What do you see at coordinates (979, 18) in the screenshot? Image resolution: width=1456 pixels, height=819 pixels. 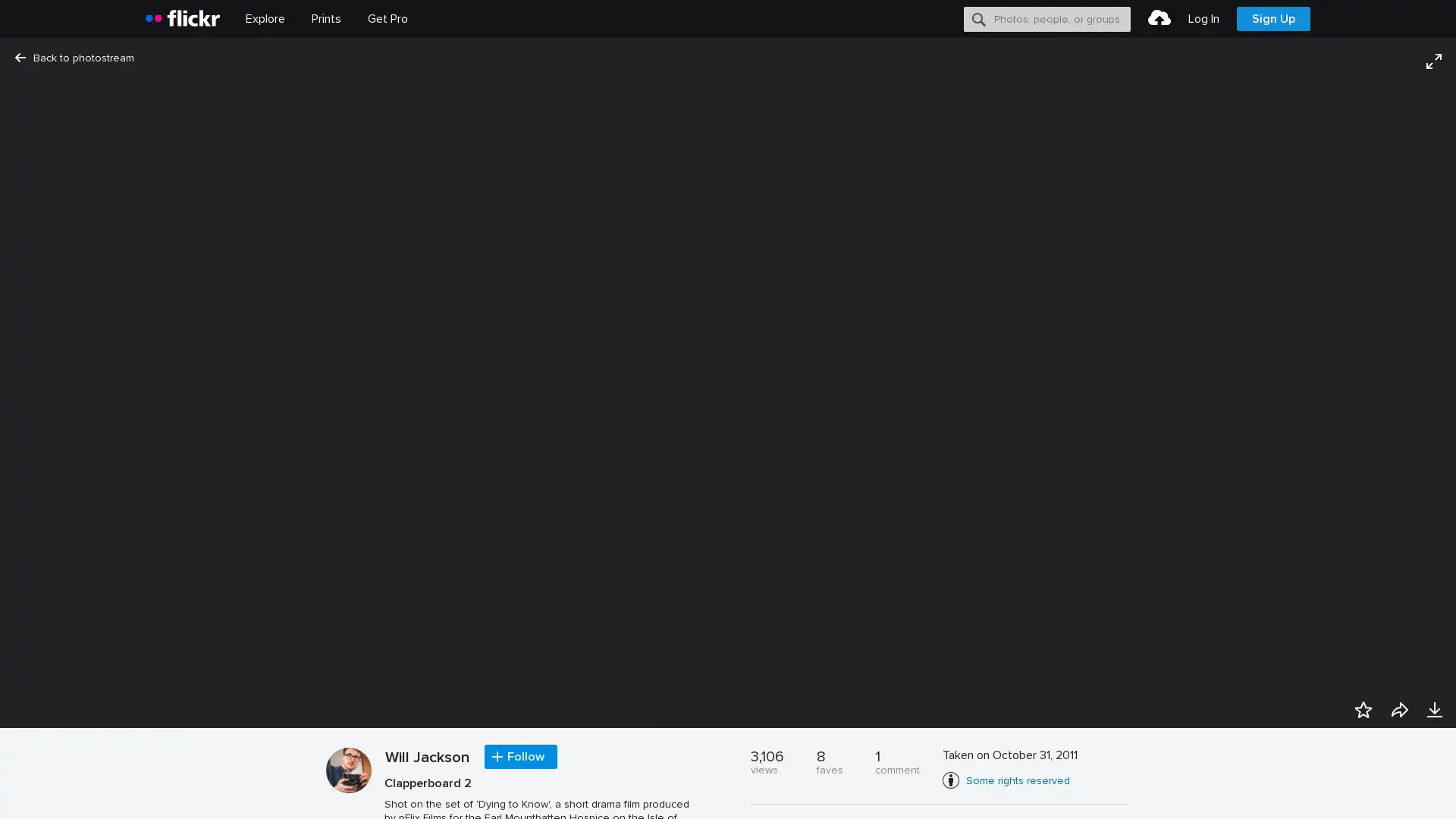 I see `Search` at bounding box center [979, 18].